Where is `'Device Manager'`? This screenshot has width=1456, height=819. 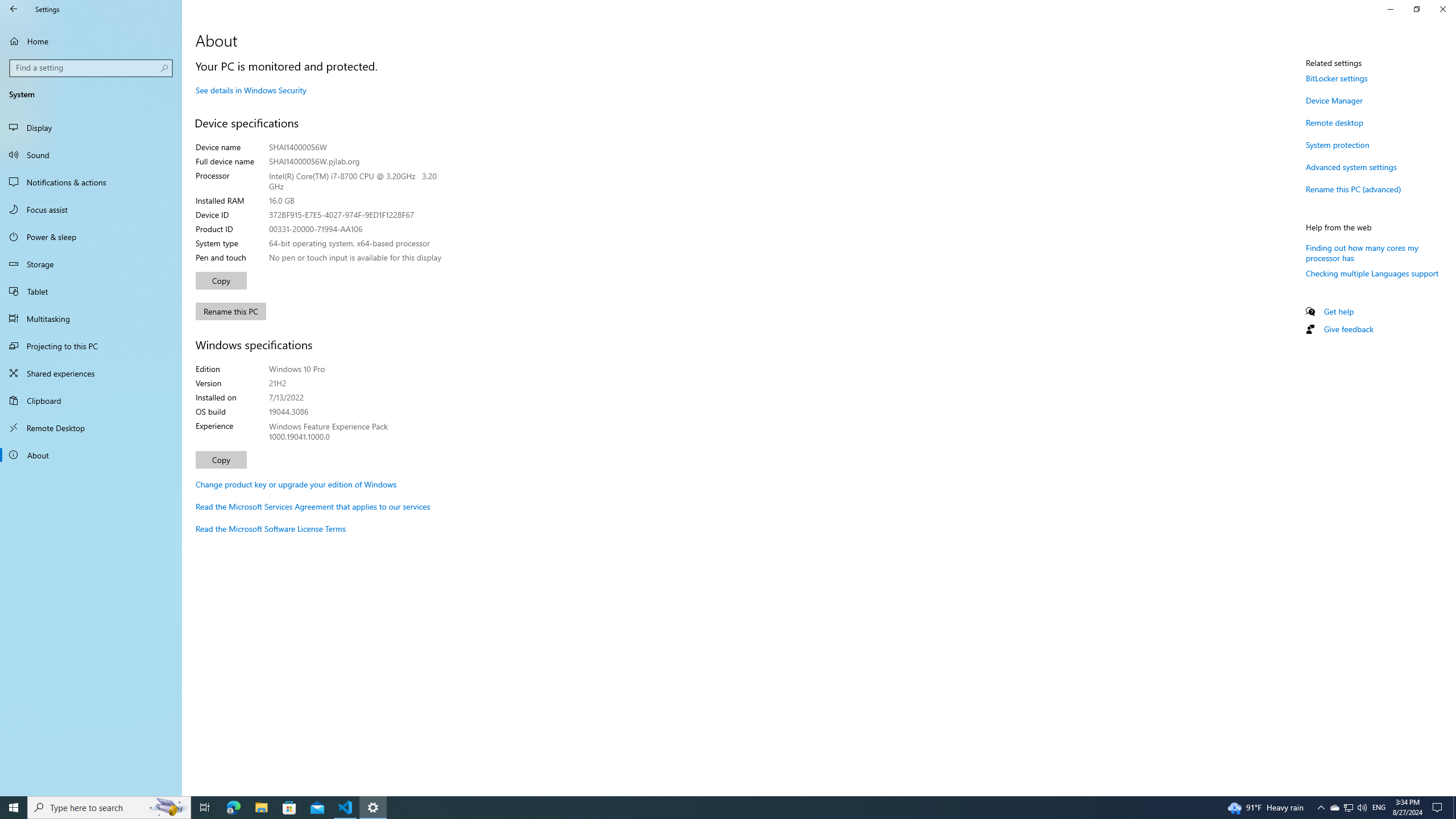 'Device Manager' is located at coordinates (1334, 100).